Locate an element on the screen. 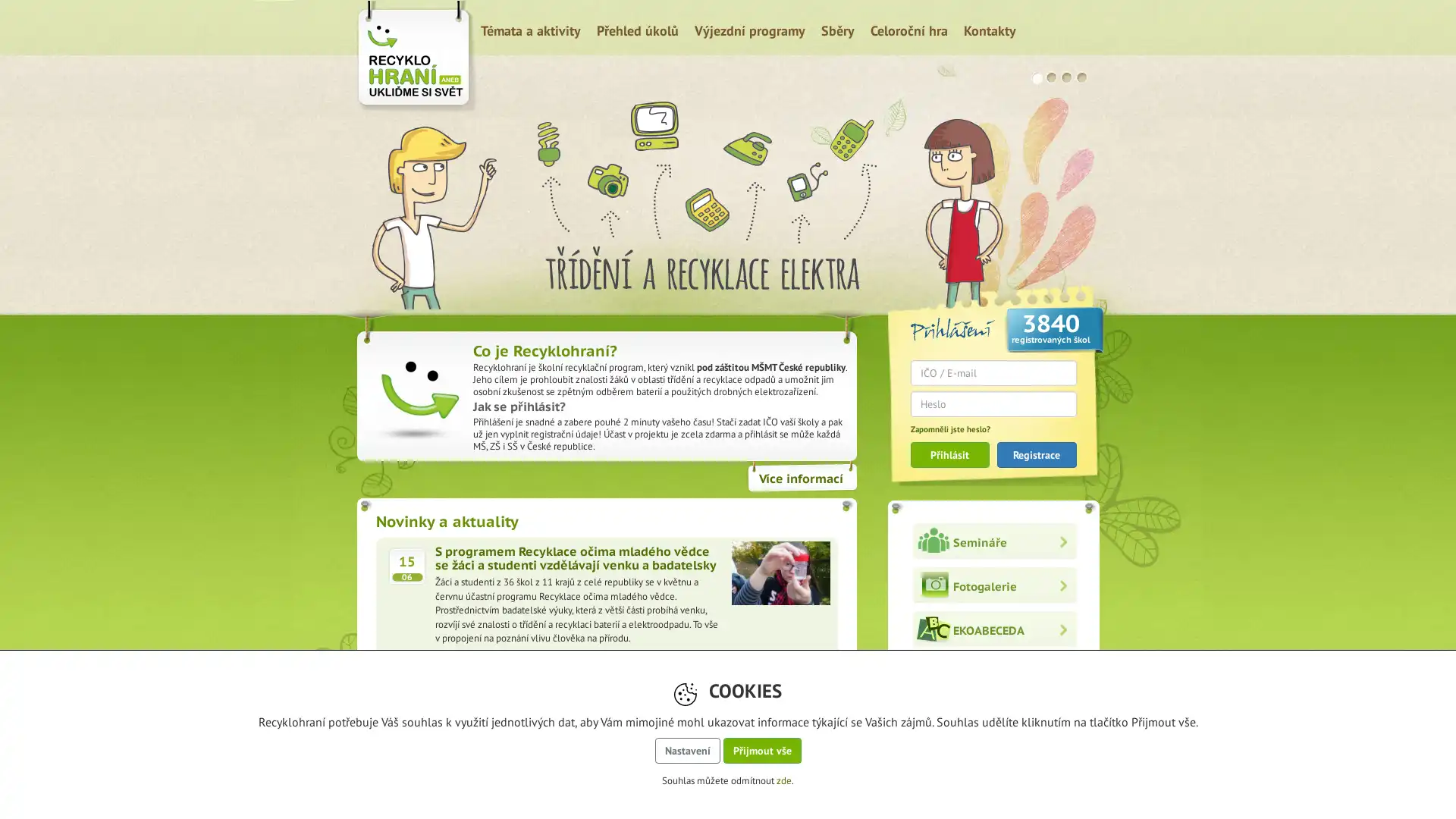 The image size is (1456, 819). Nastaveni is located at coordinates (686, 751).